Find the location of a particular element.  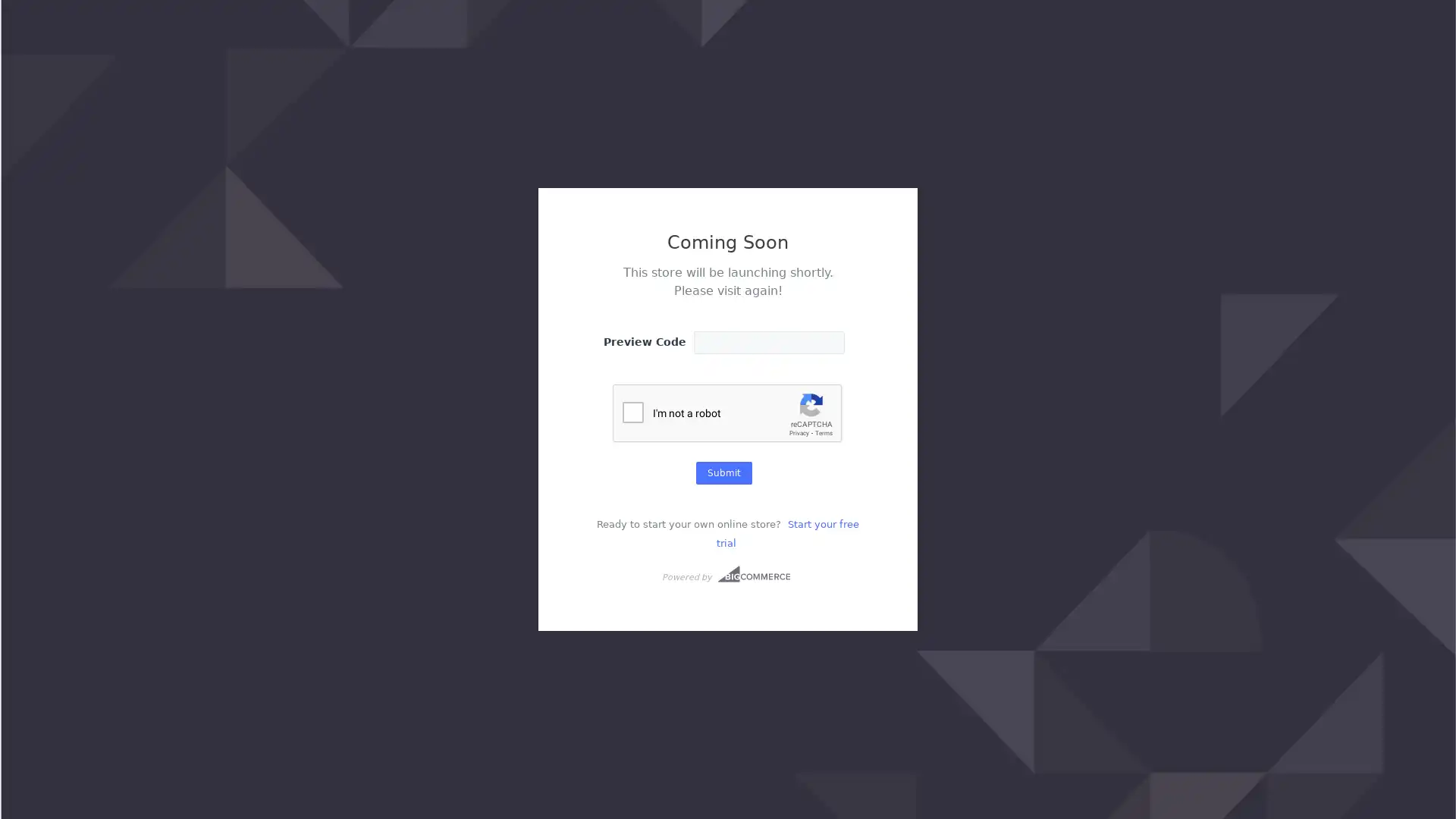

Submit is located at coordinates (723, 472).